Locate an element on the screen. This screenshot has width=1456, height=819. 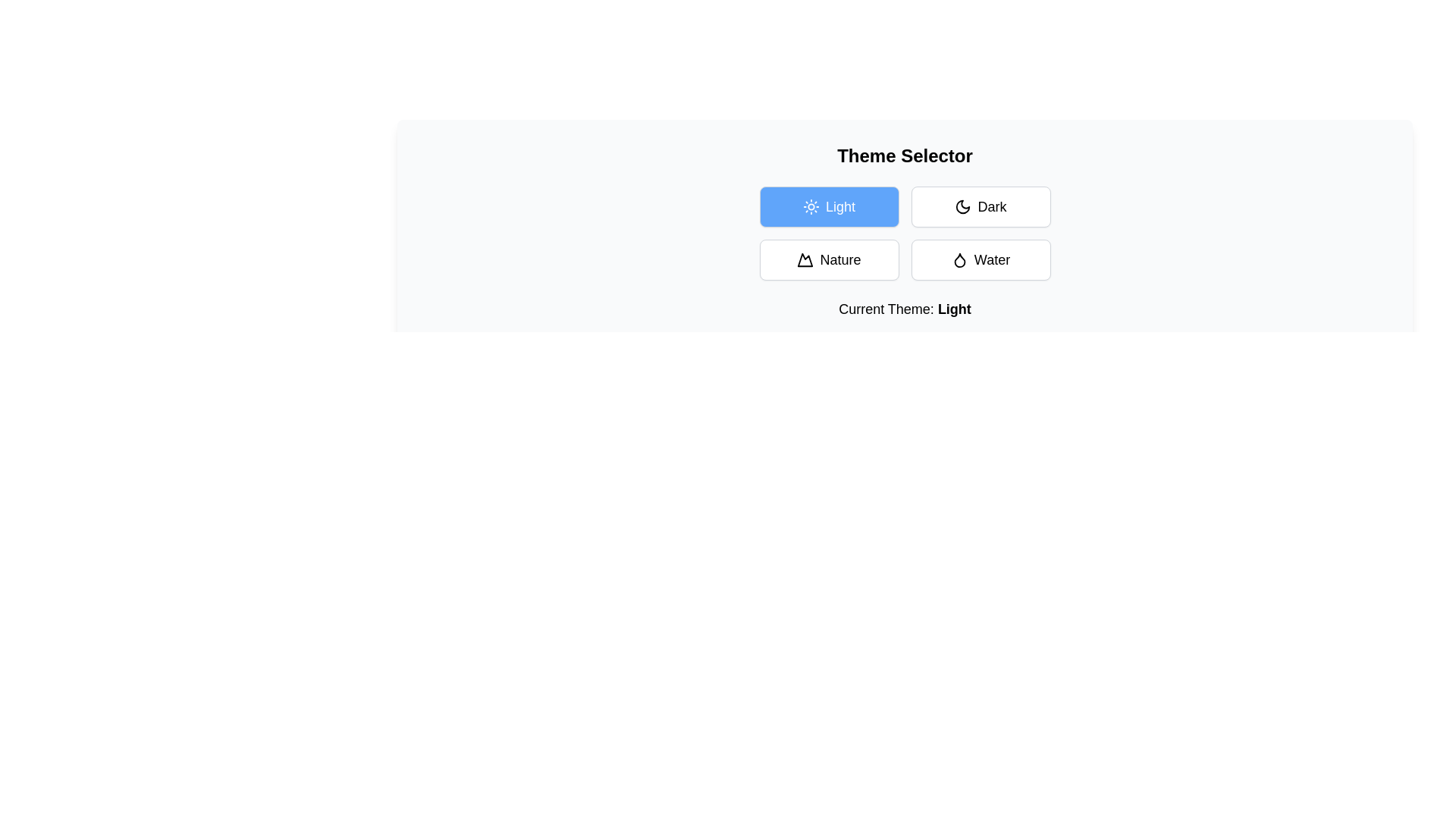
the non-interactive Text Label that indicates the currently selected theme, positioned beneath the theme options section is located at coordinates (905, 309).